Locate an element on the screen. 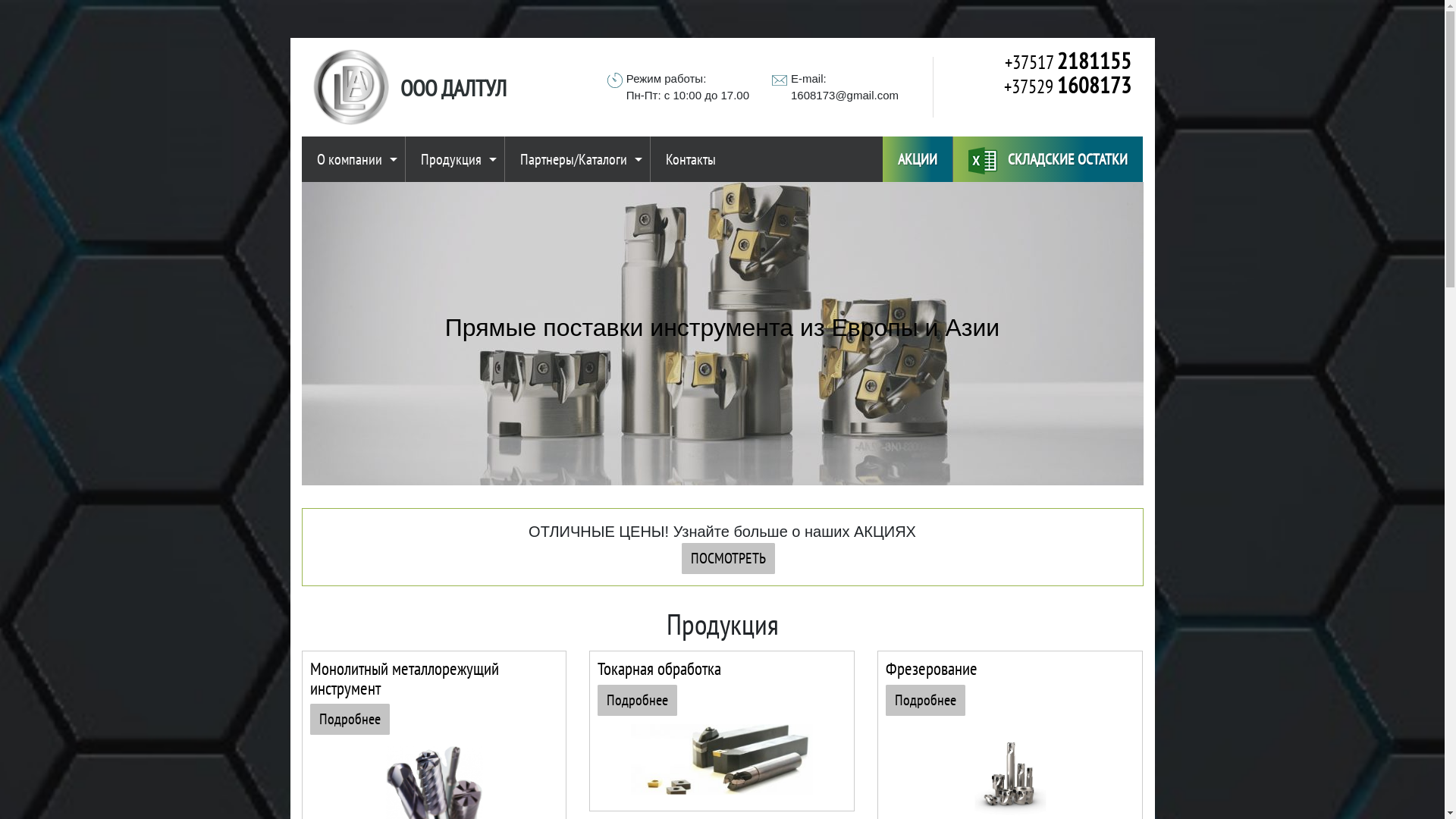 The image size is (1456, 819). '+37529 1608173' is located at coordinates (1037, 85).